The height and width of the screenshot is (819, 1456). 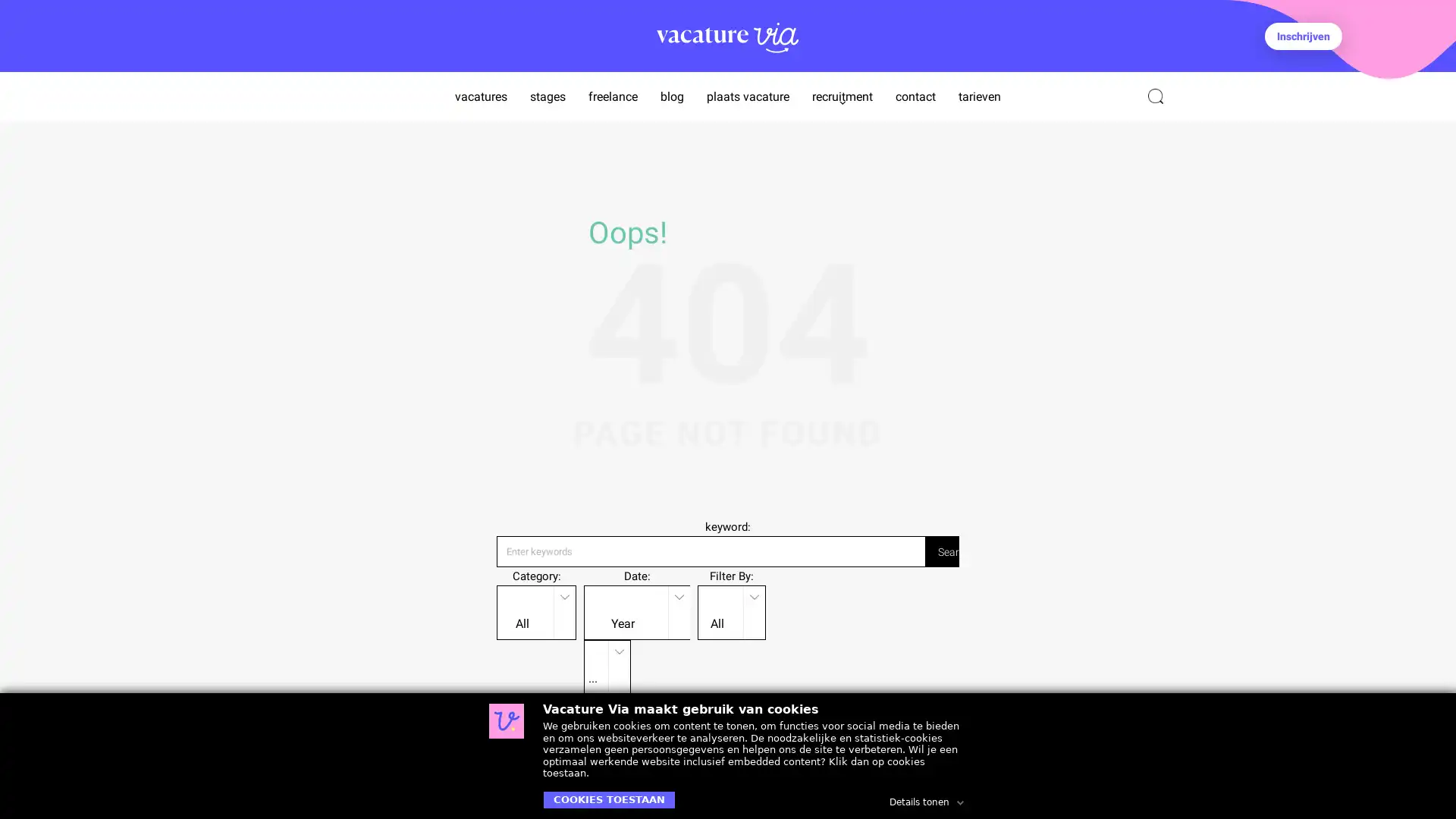 What do you see at coordinates (731, 610) in the screenshot?
I see `All All` at bounding box center [731, 610].